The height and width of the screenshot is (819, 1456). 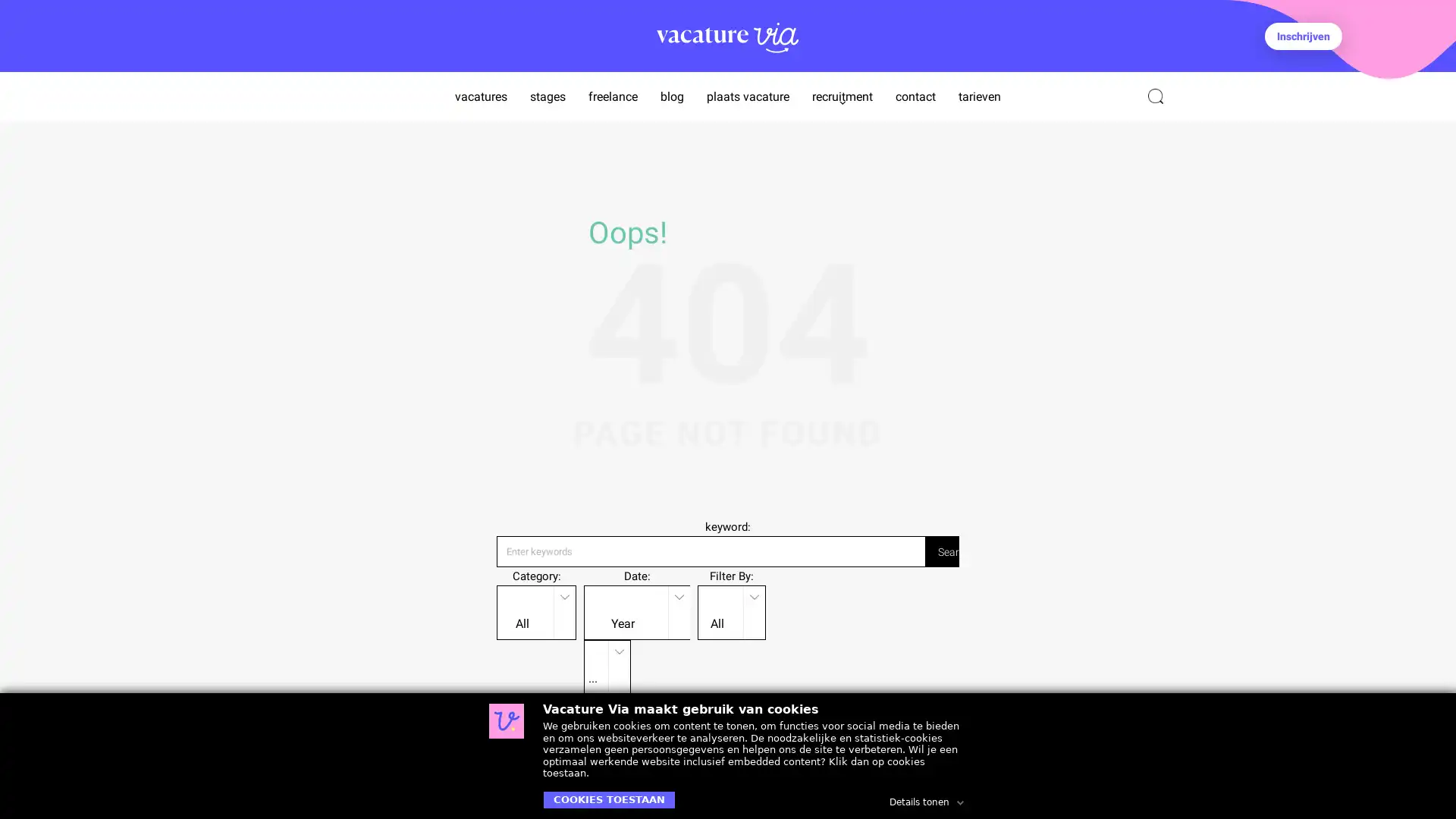 What do you see at coordinates (731, 610) in the screenshot?
I see `All All` at bounding box center [731, 610].